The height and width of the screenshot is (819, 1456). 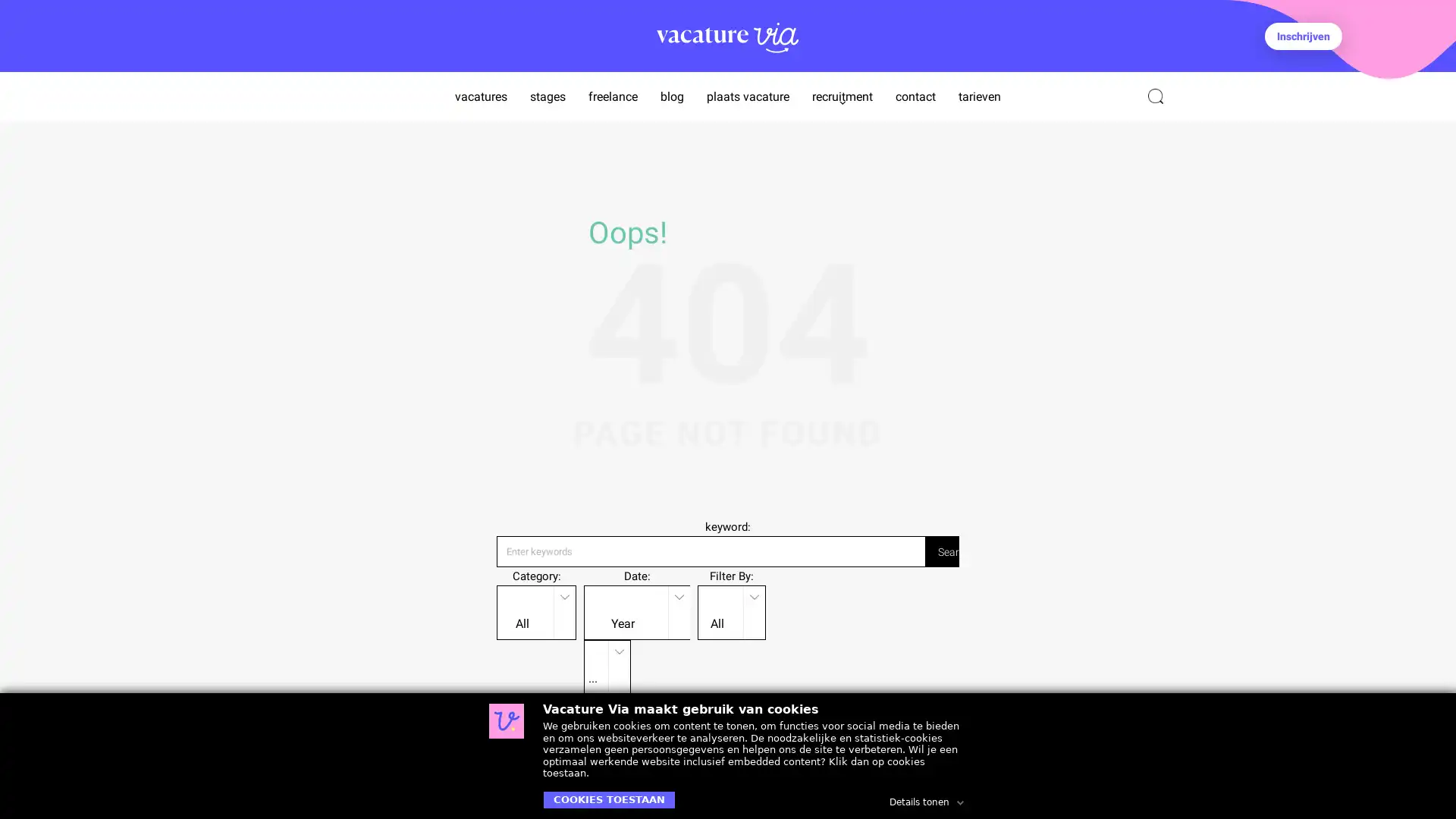 What do you see at coordinates (731, 610) in the screenshot?
I see `All All` at bounding box center [731, 610].